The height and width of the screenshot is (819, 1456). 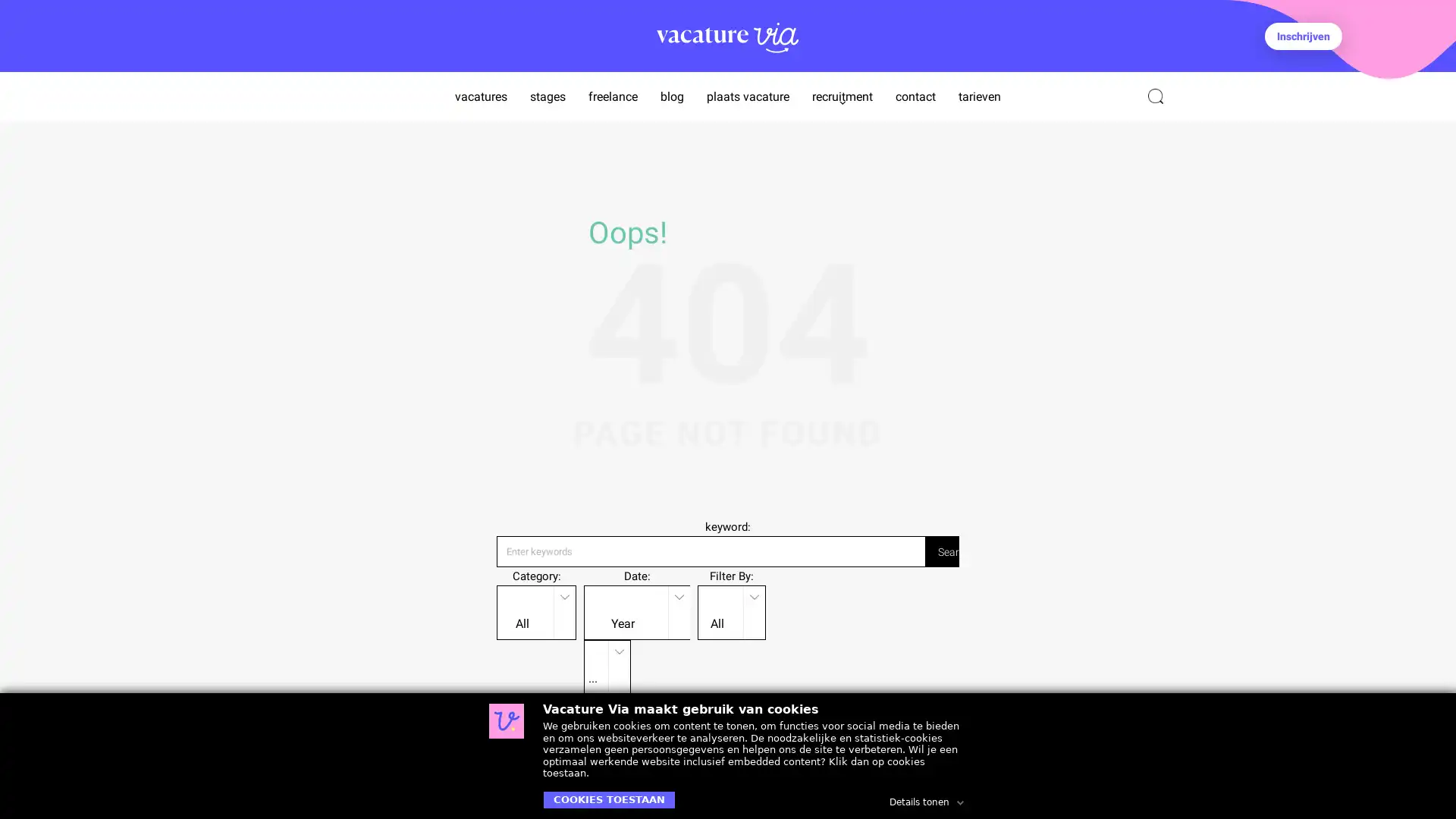 What do you see at coordinates (731, 610) in the screenshot?
I see `All All` at bounding box center [731, 610].